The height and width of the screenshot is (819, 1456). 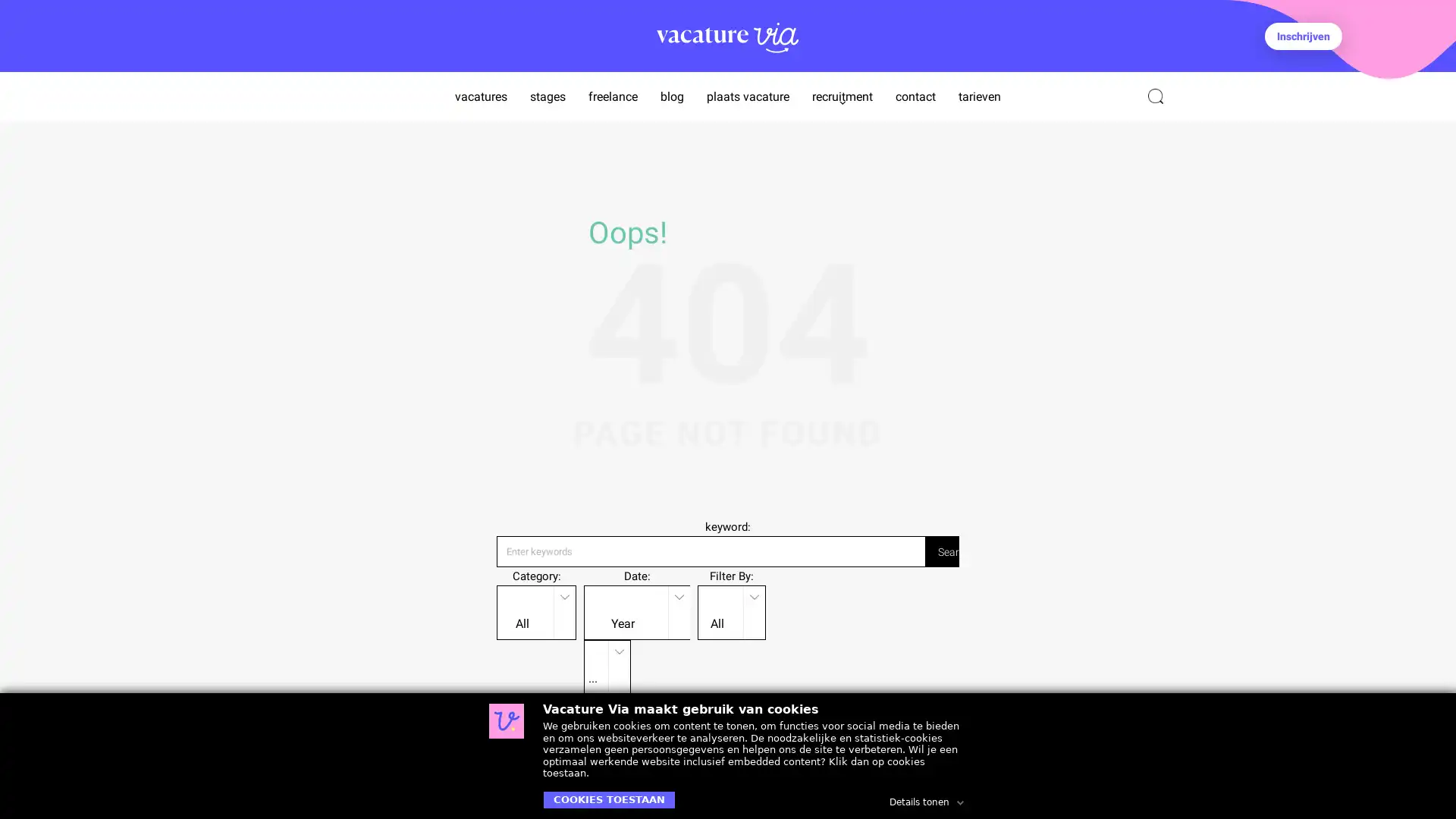 What do you see at coordinates (731, 610) in the screenshot?
I see `All All` at bounding box center [731, 610].